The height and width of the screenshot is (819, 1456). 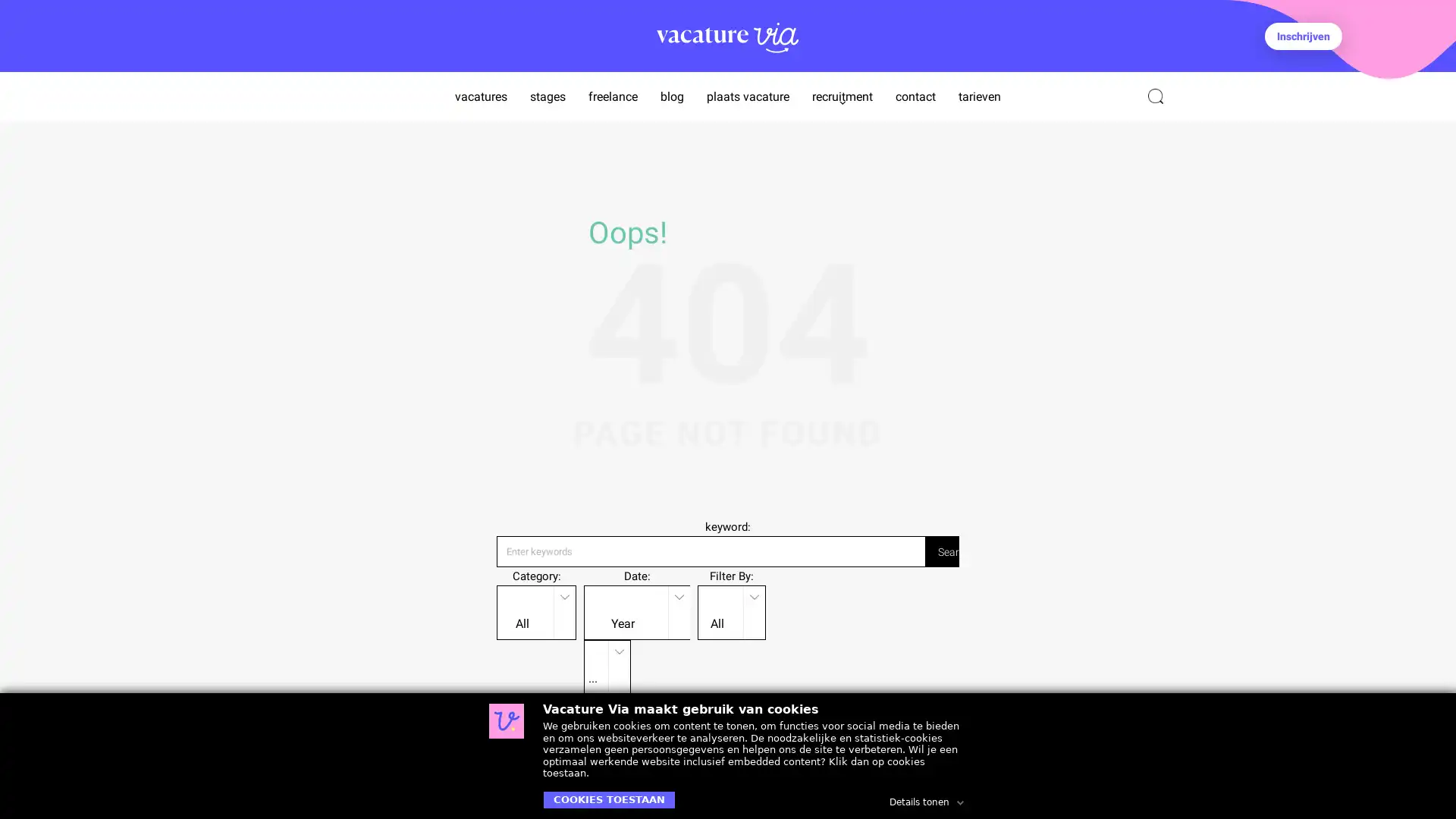 What do you see at coordinates (731, 610) in the screenshot?
I see `All All` at bounding box center [731, 610].